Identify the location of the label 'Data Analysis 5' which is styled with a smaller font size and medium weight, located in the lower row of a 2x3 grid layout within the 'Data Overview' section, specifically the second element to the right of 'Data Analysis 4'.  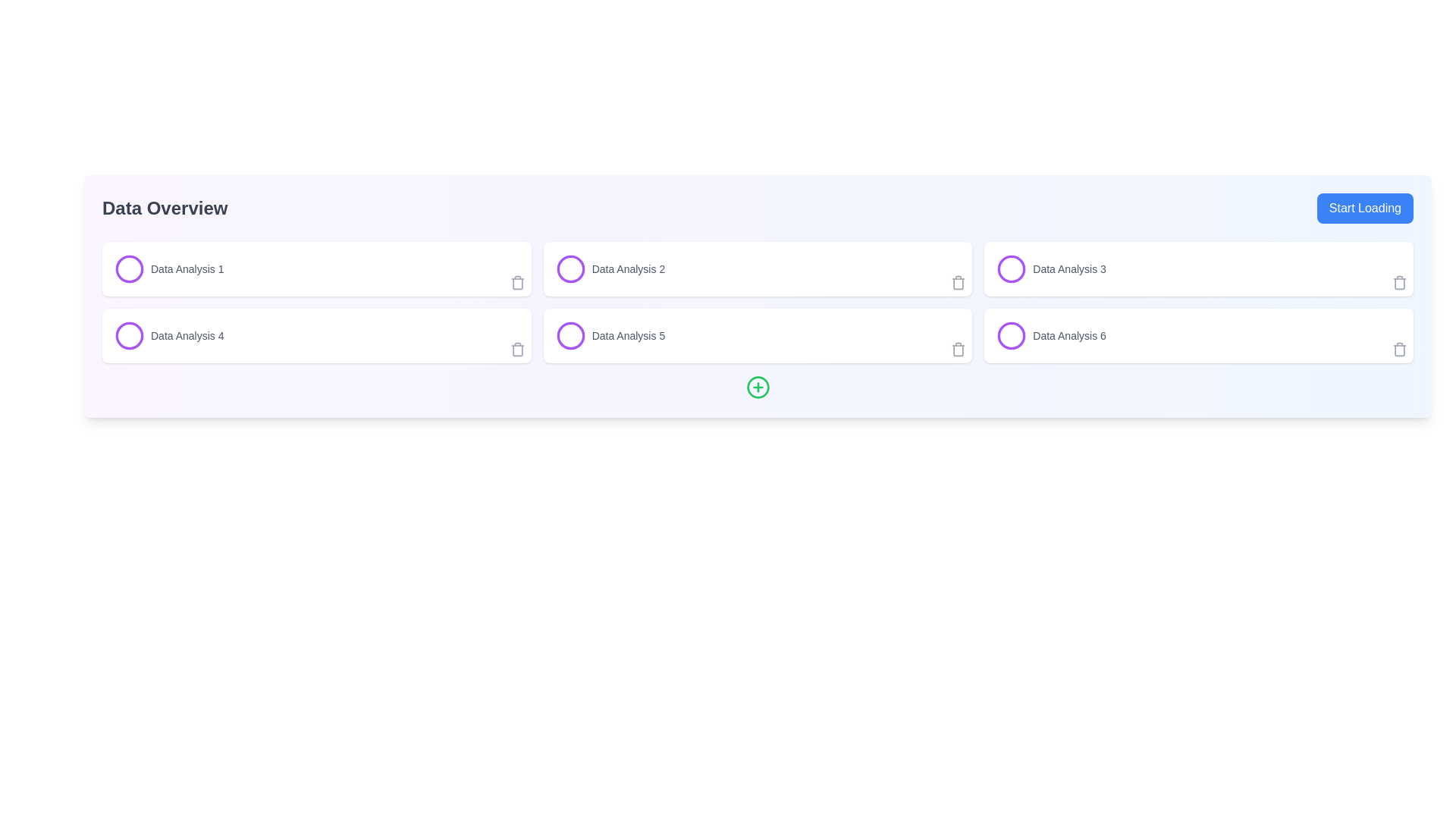
(628, 335).